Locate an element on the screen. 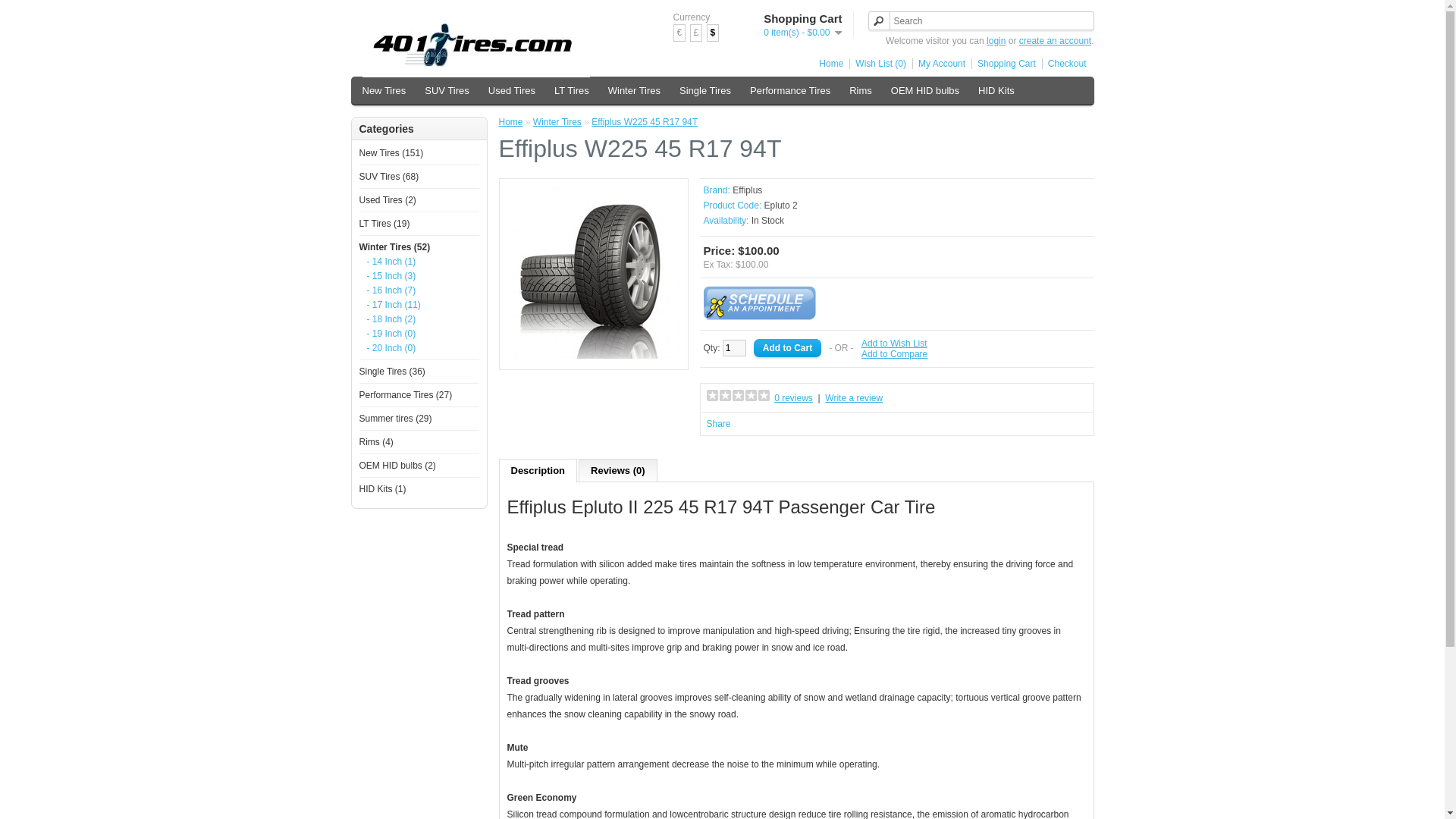 This screenshot has width=1456, height=819. 'Add to Compare' is located at coordinates (894, 353).